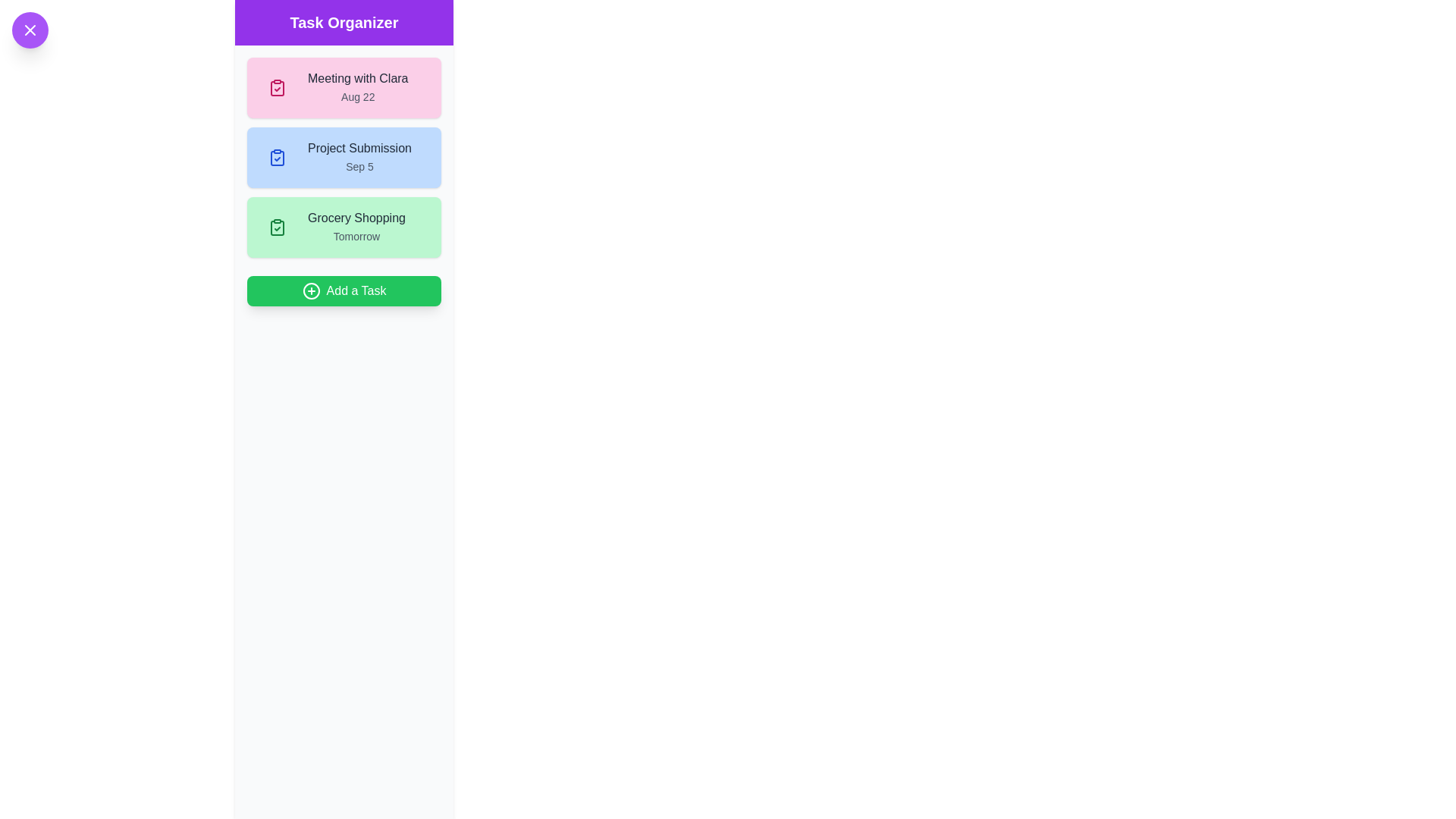 The height and width of the screenshot is (819, 1456). Describe the element at coordinates (344, 291) in the screenshot. I see `'Add a Task' button` at that location.